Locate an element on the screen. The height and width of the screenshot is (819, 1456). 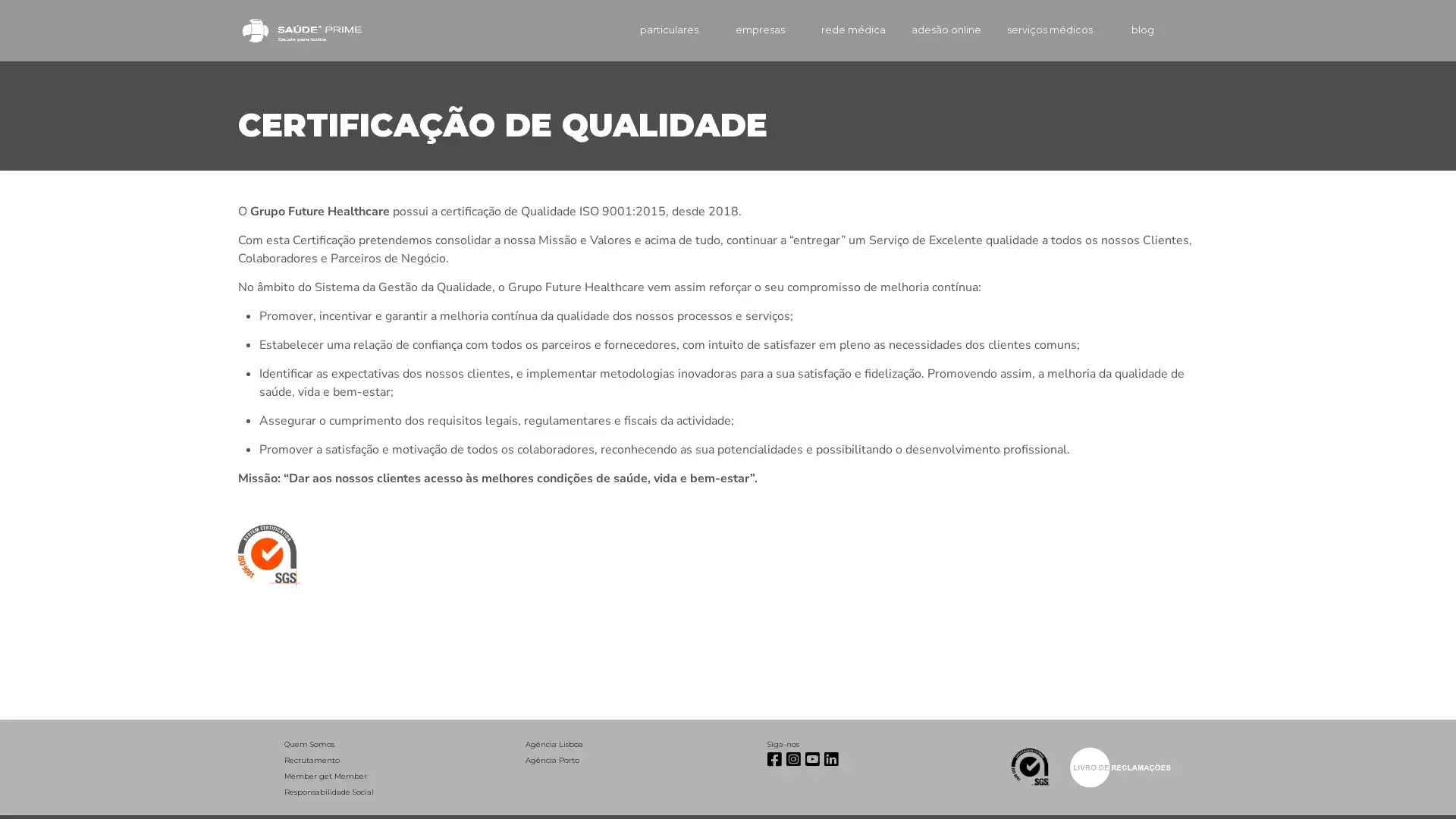
empresas is located at coordinates (739, 30).